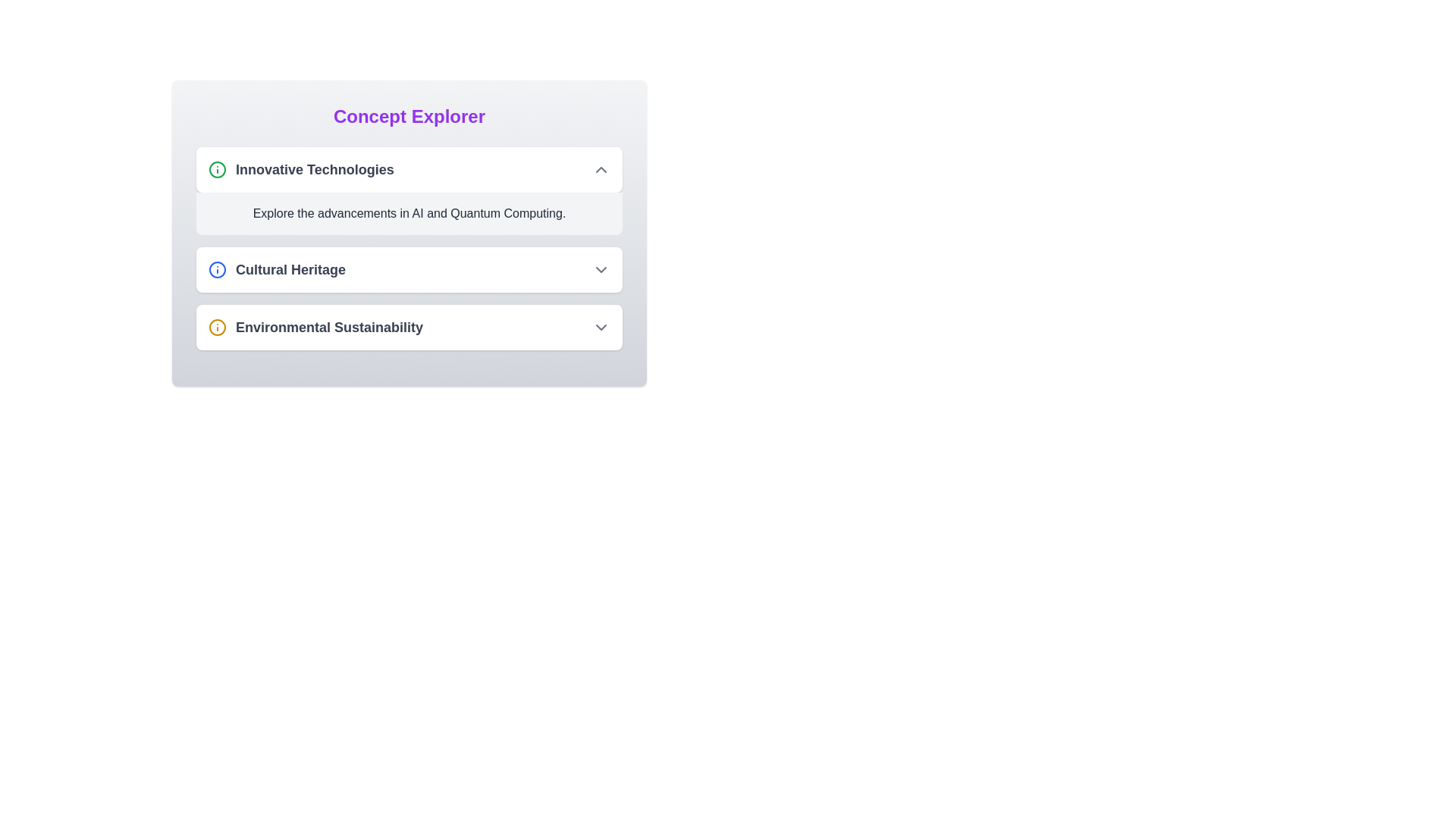 Image resolution: width=1456 pixels, height=819 pixels. What do you see at coordinates (217, 169) in the screenshot?
I see `the green circular icon with an exclamation mark next to the 'Innovative Technologies' text in the 'Concept Explorer' section` at bounding box center [217, 169].